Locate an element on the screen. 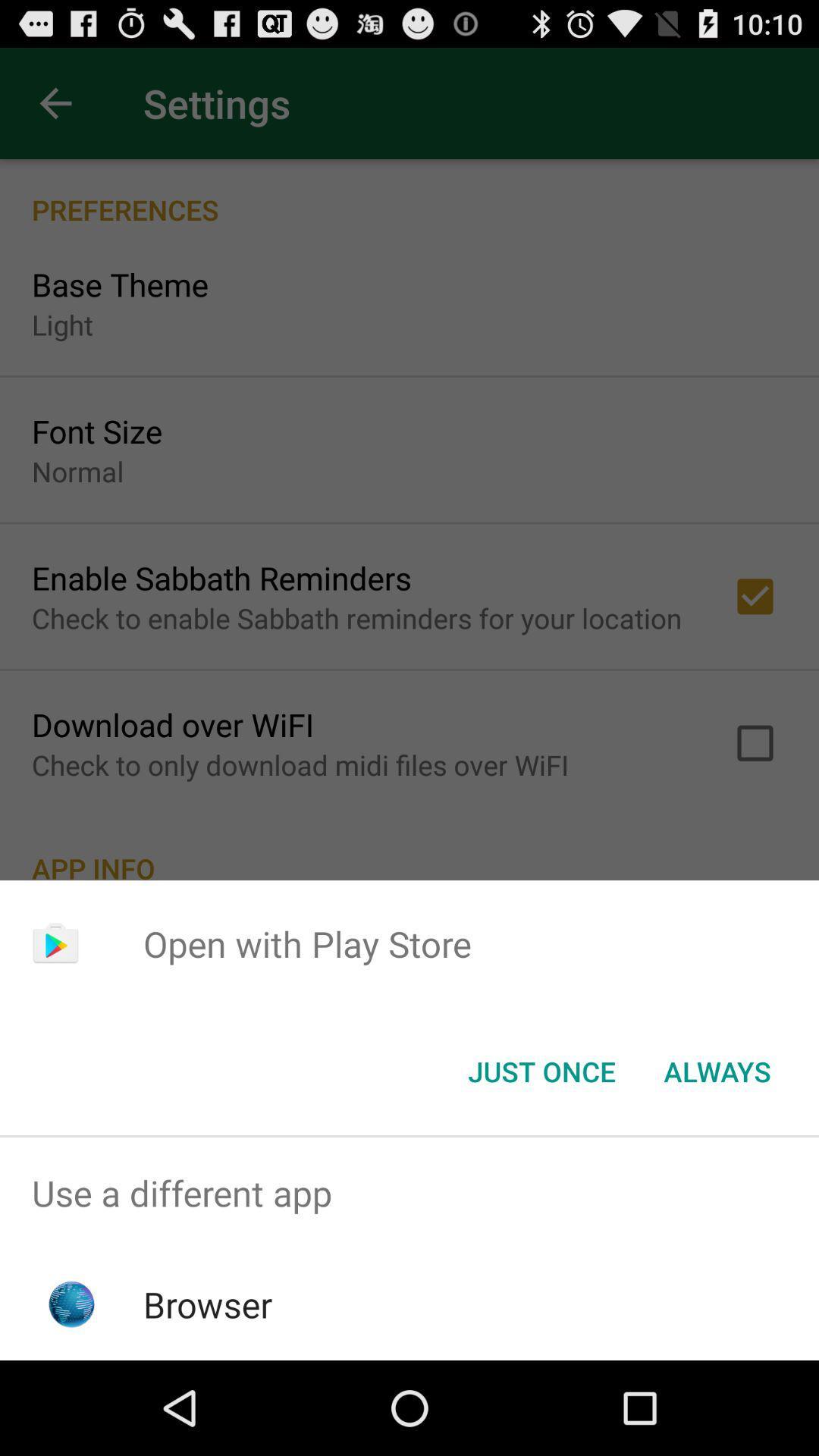 This screenshot has height=1456, width=819. button next to the always icon is located at coordinates (541, 1070).